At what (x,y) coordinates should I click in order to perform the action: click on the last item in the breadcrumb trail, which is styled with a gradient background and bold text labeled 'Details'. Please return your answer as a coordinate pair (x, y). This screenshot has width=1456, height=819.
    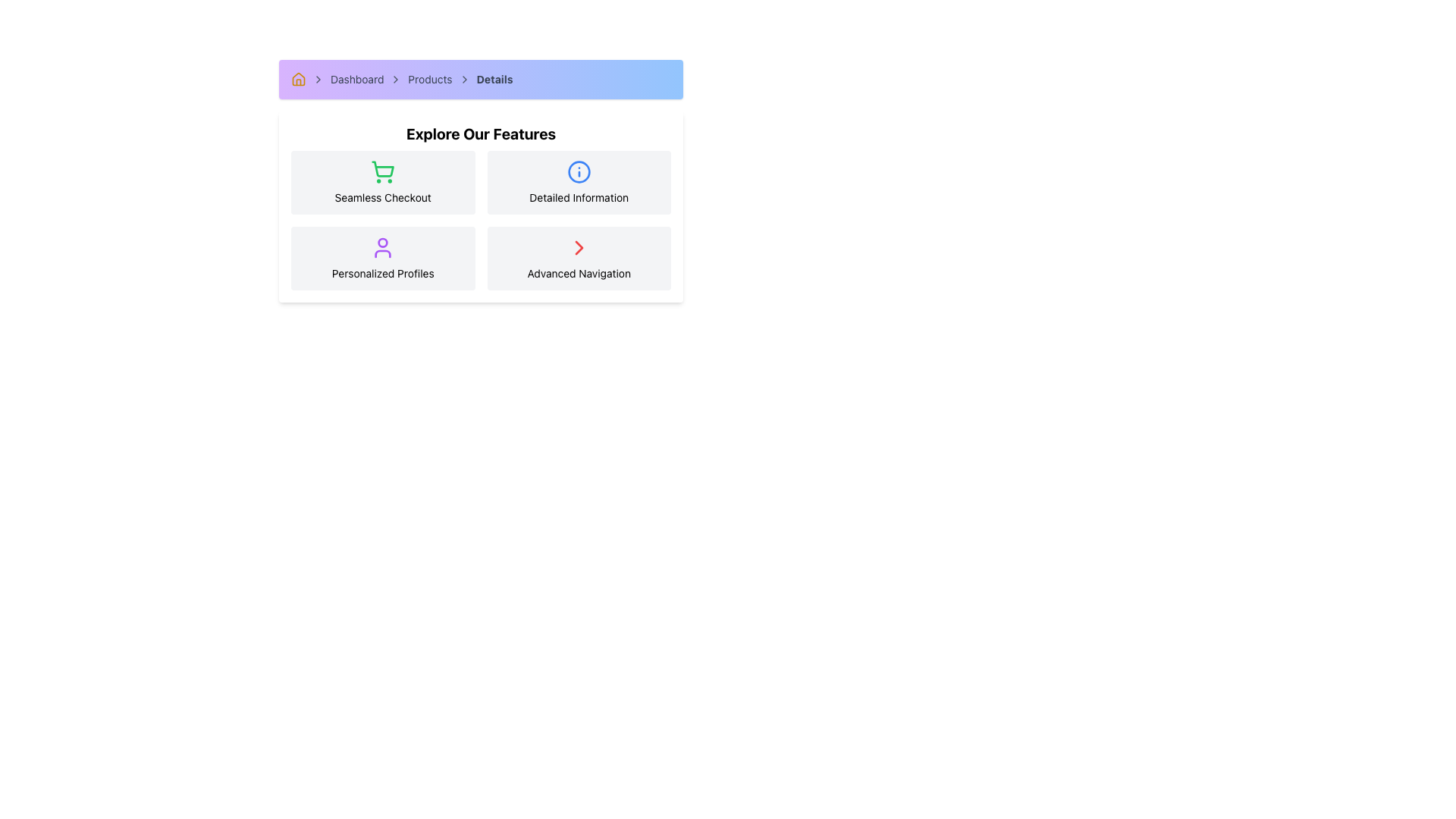
    Looking at the image, I should click on (480, 79).